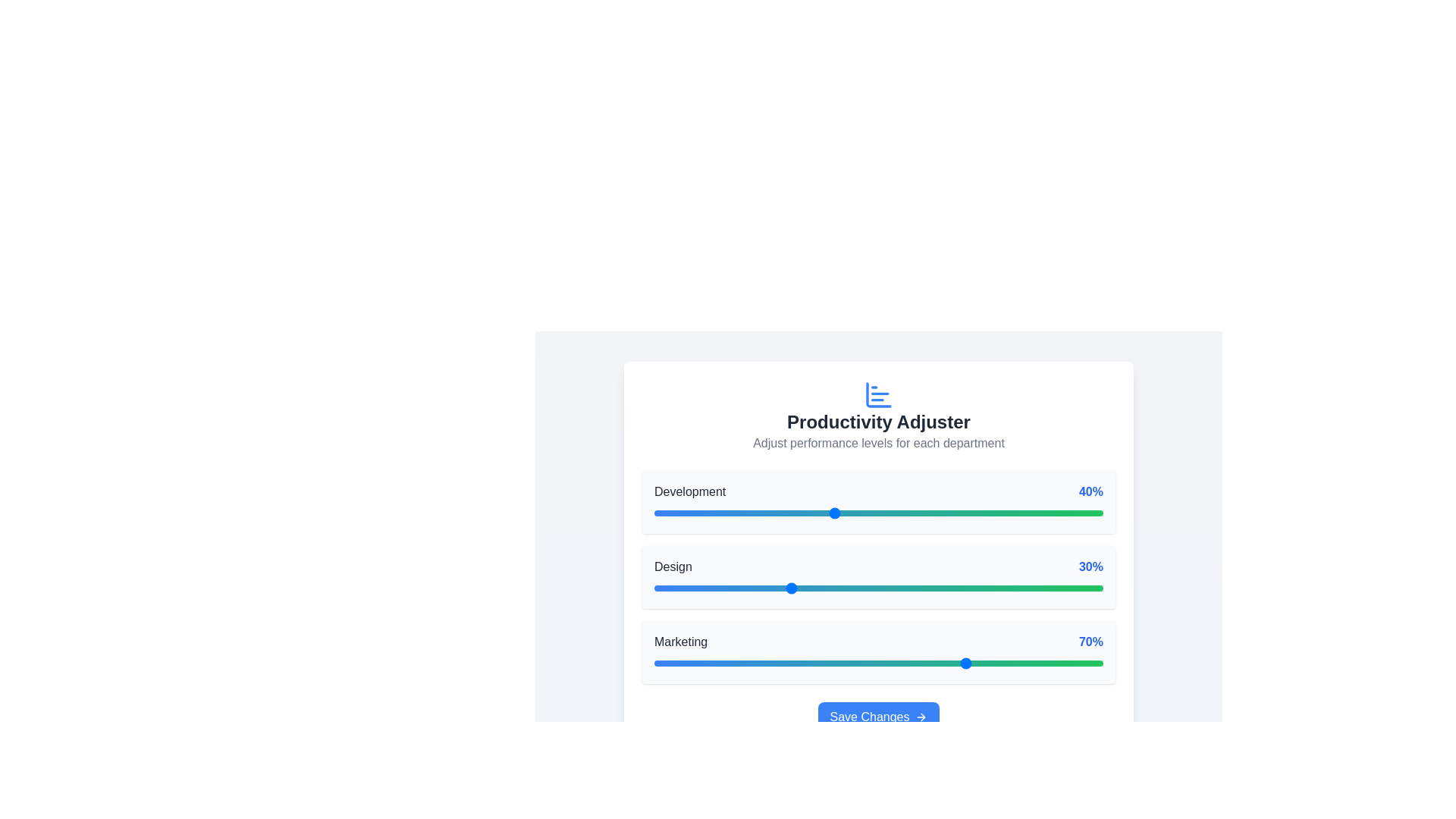 The height and width of the screenshot is (819, 1456). What do you see at coordinates (878, 717) in the screenshot?
I see `the 'Save Changes' button located at the bottom of the panel, which features a blue background and an arrow icon to the right of the text` at bounding box center [878, 717].